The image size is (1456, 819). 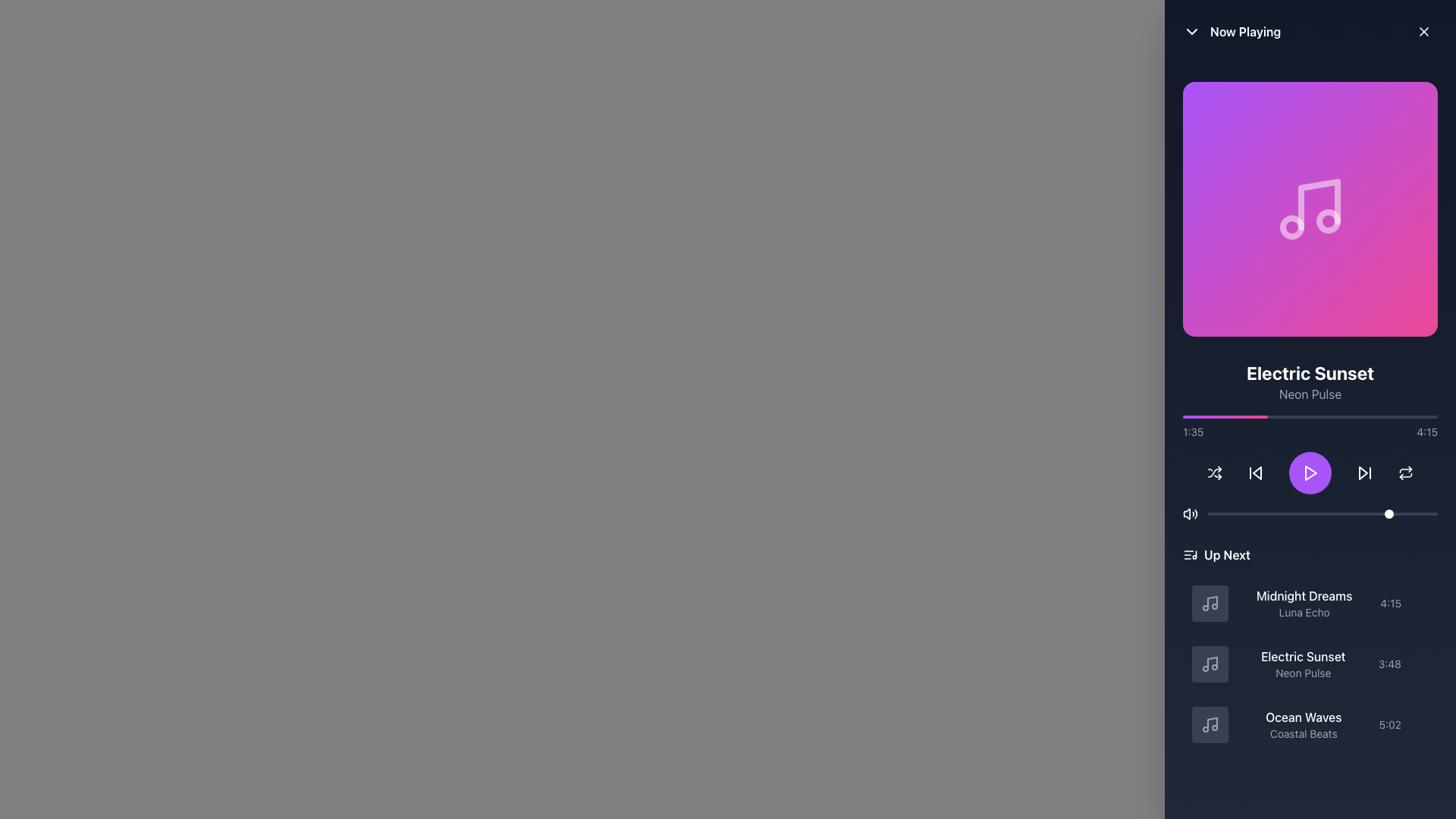 I want to click on the first track item in the 'Now Playing' queue, so click(x=1310, y=602).